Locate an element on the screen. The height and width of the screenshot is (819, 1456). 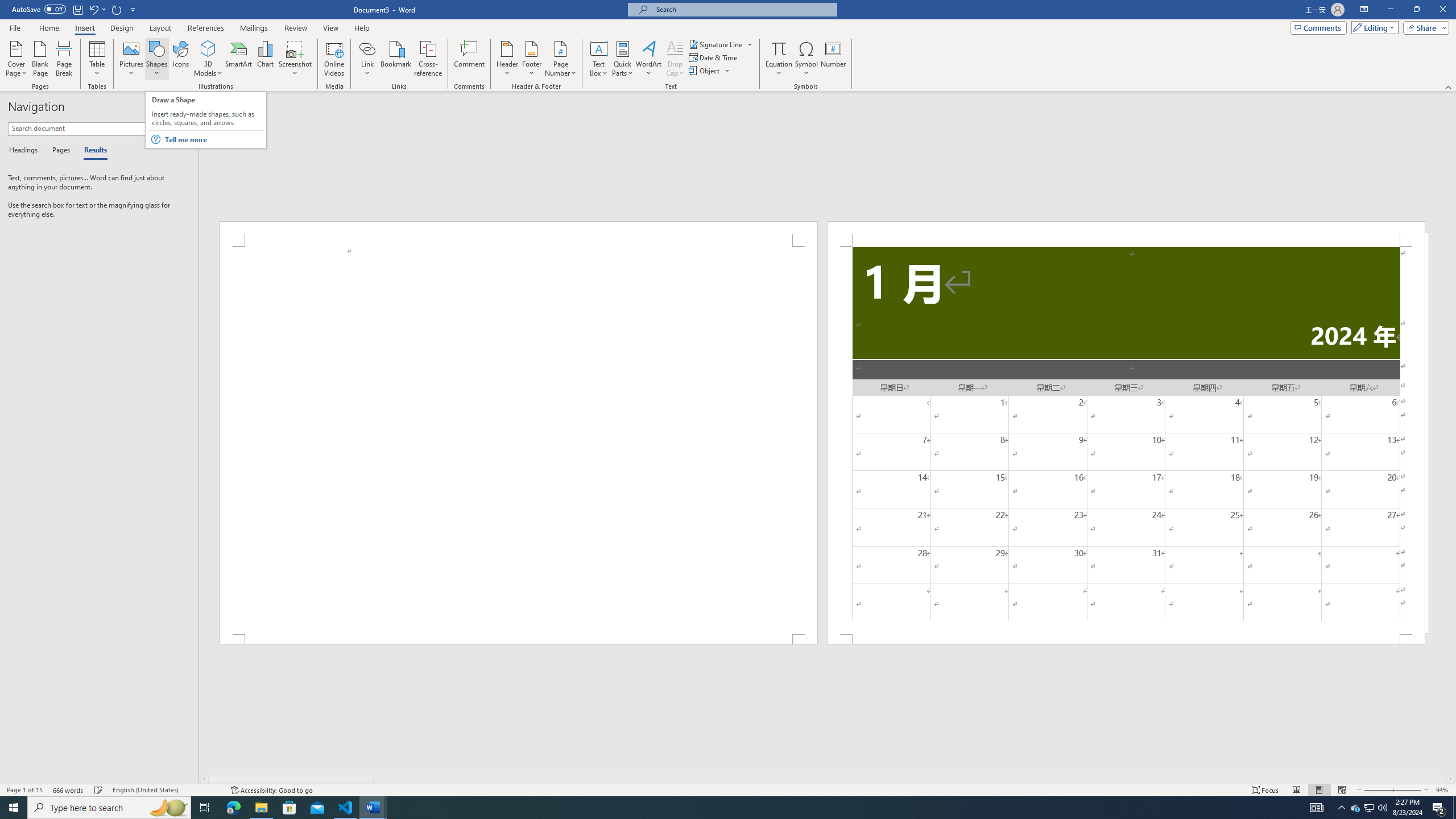
'Icons' is located at coordinates (180, 59).